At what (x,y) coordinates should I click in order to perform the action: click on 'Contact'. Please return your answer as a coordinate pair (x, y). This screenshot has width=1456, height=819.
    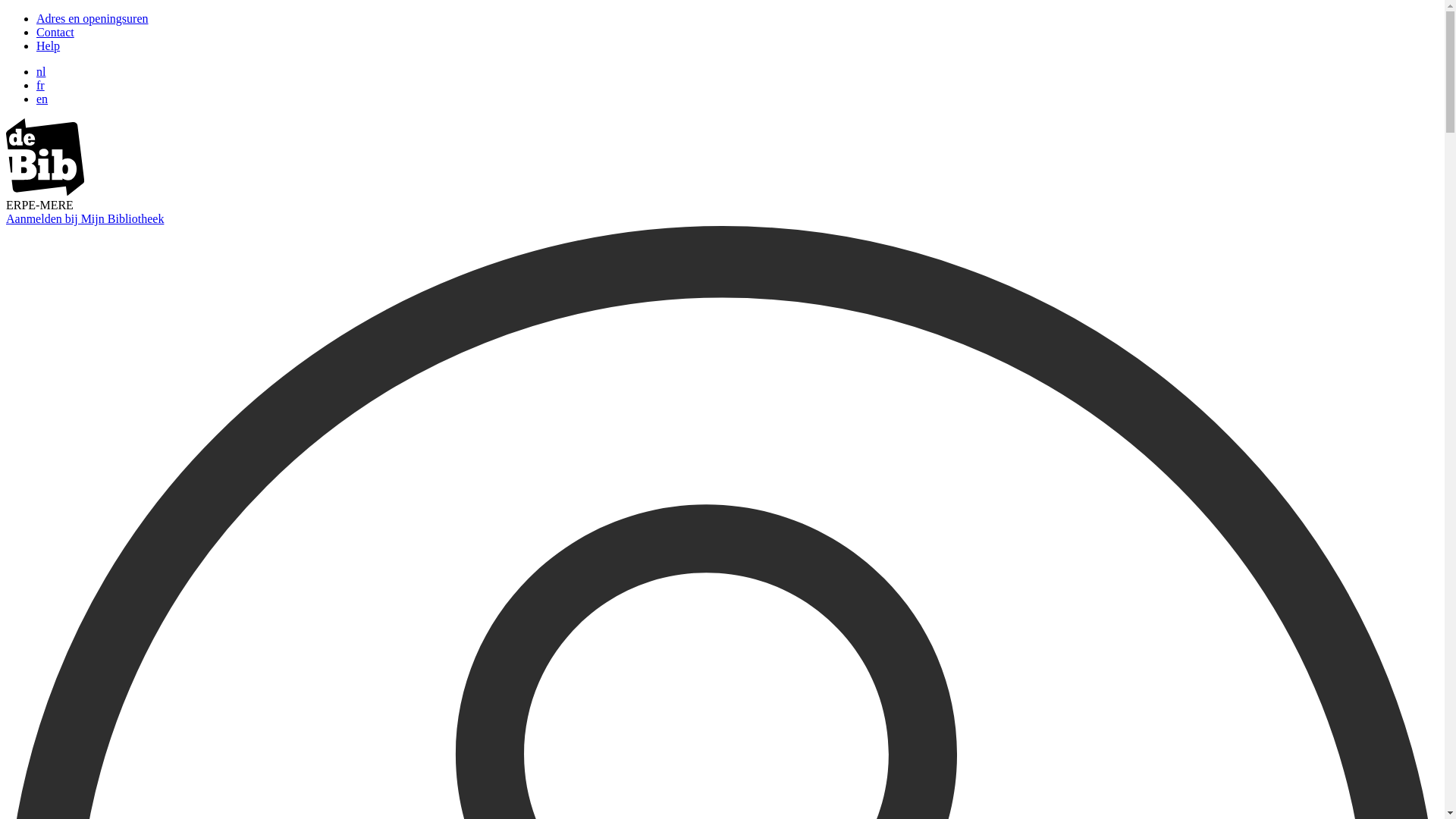
    Looking at the image, I should click on (55, 32).